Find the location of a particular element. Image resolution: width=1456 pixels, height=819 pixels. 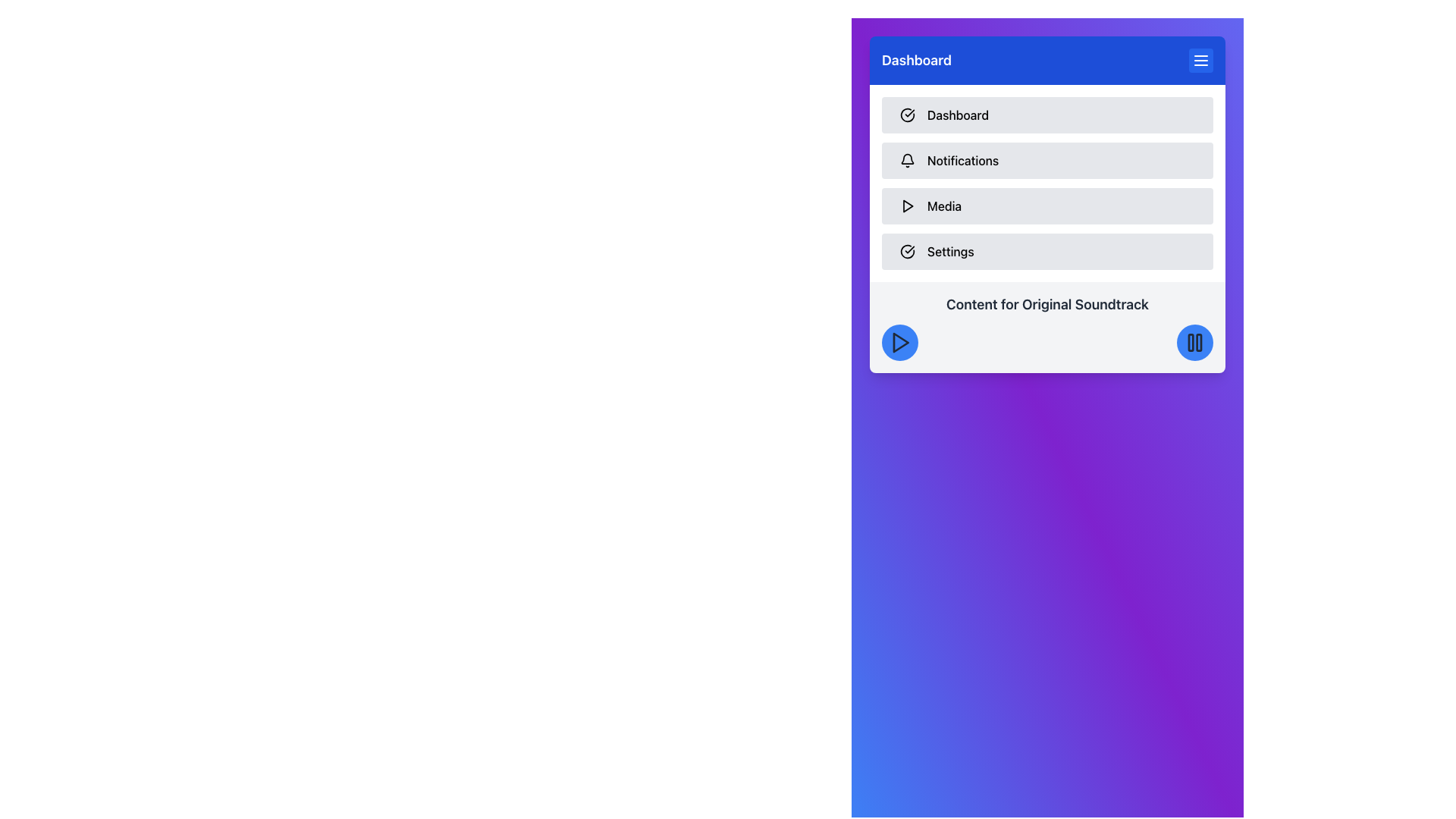

the circular blue button with a pause icon is located at coordinates (1194, 342).